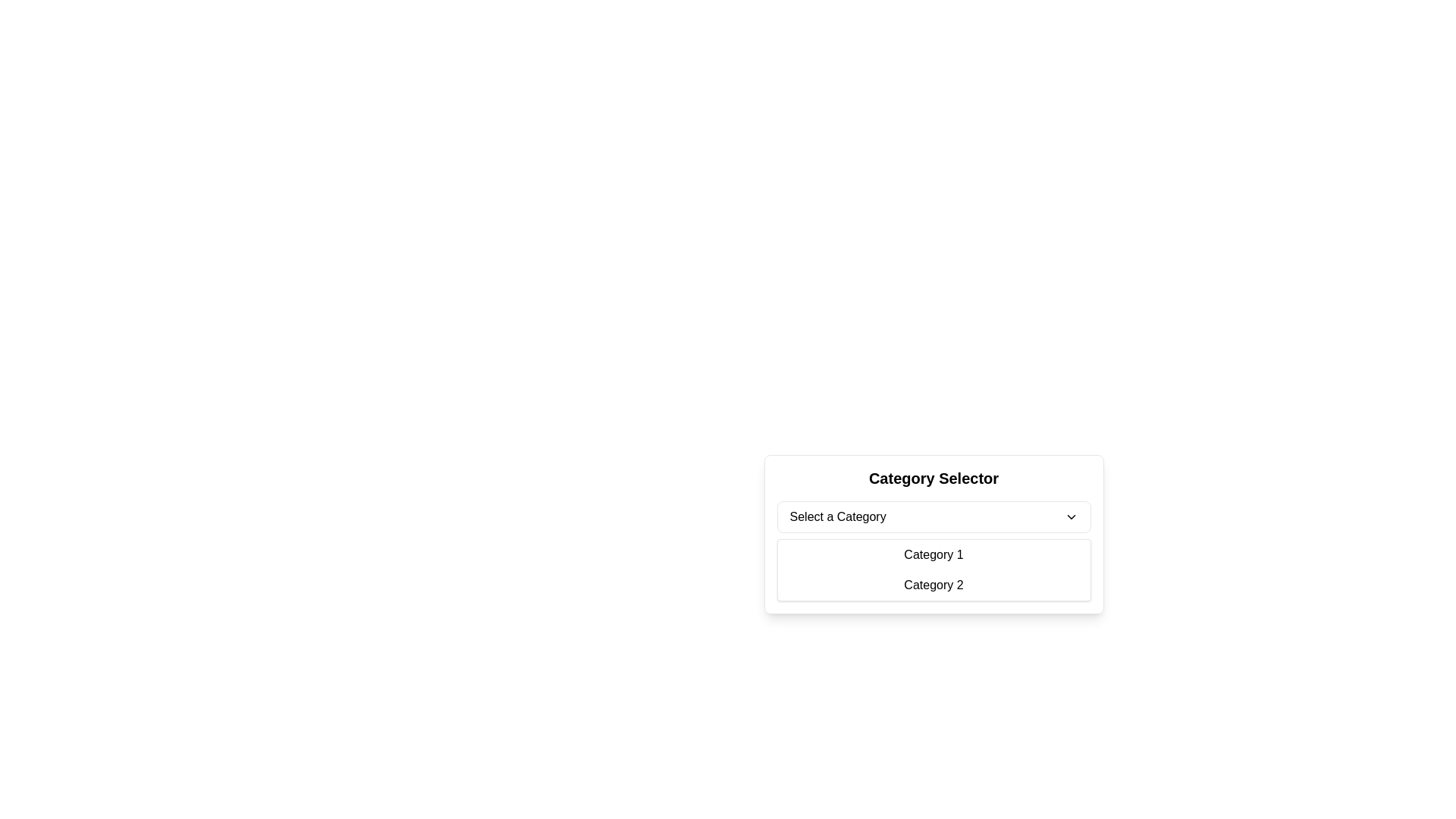 The width and height of the screenshot is (1456, 819). Describe the element at coordinates (1070, 516) in the screenshot. I see `the dropdown toggle icon located on the right side of the 'Select a Category' UI component` at that location.